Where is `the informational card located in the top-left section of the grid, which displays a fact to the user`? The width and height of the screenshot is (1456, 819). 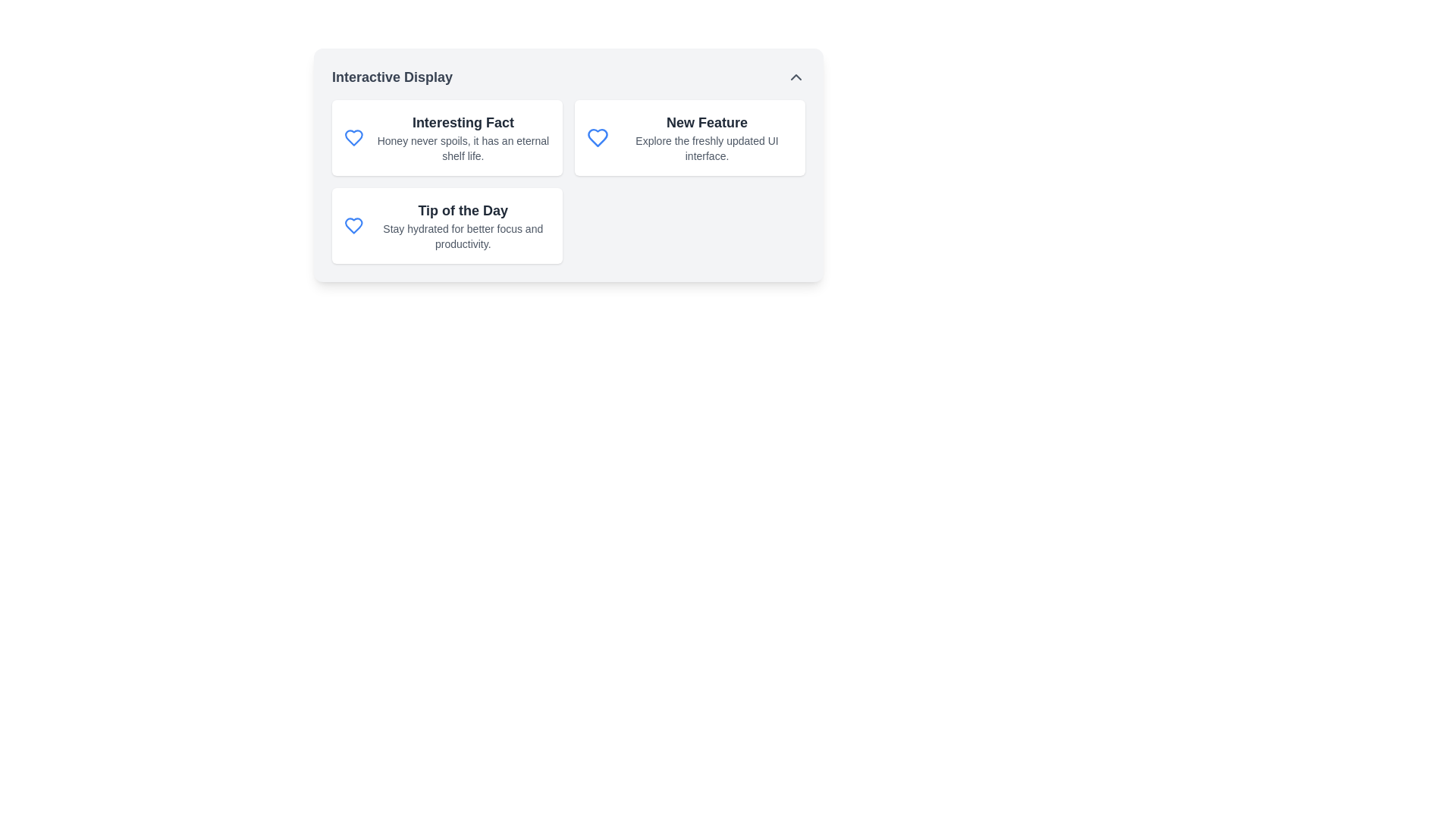 the informational card located in the top-left section of the grid, which displays a fact to the user is located at coordinates (447, 137).